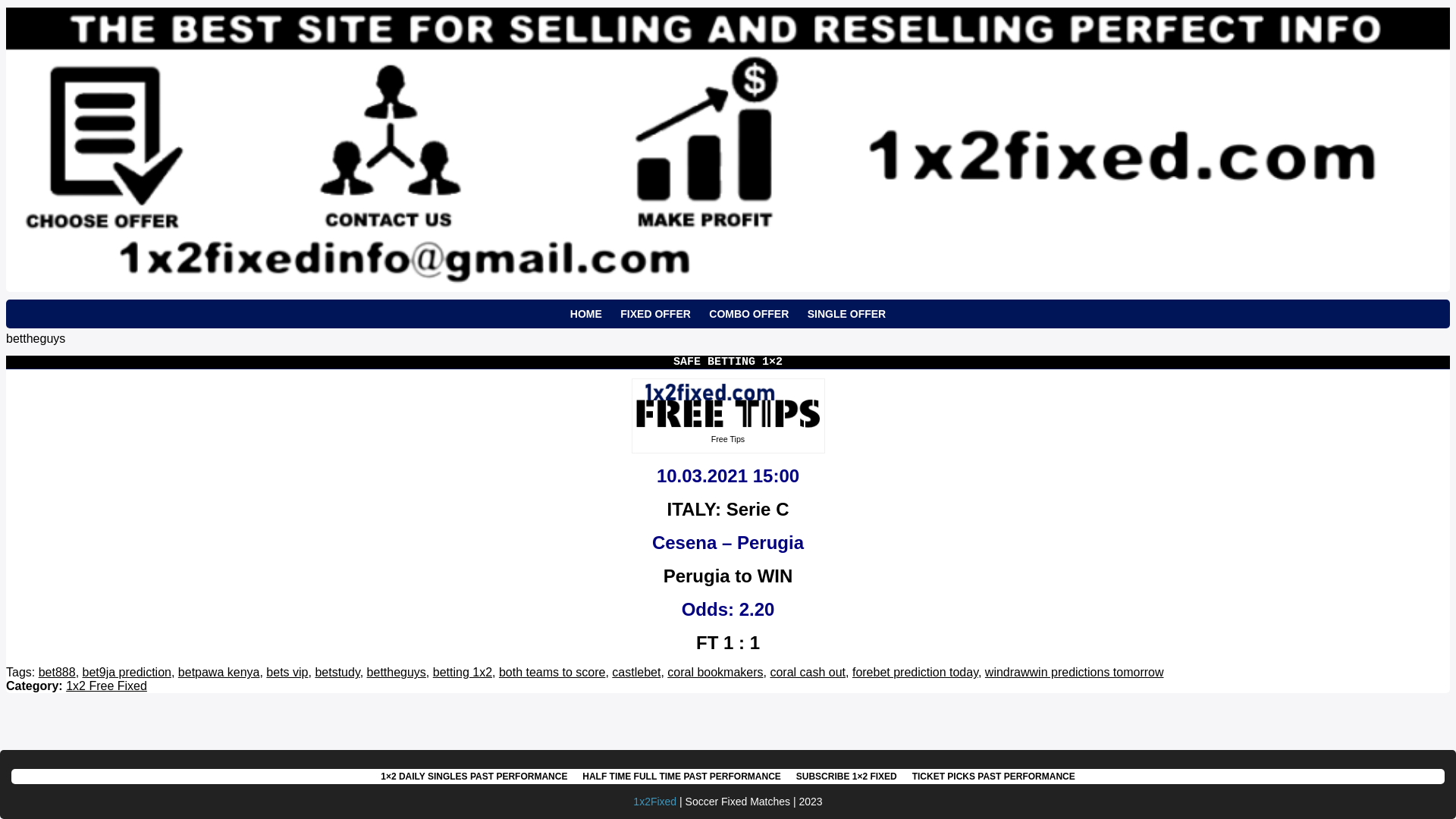  I want to click on 'bettheguys', so click(397, 671).